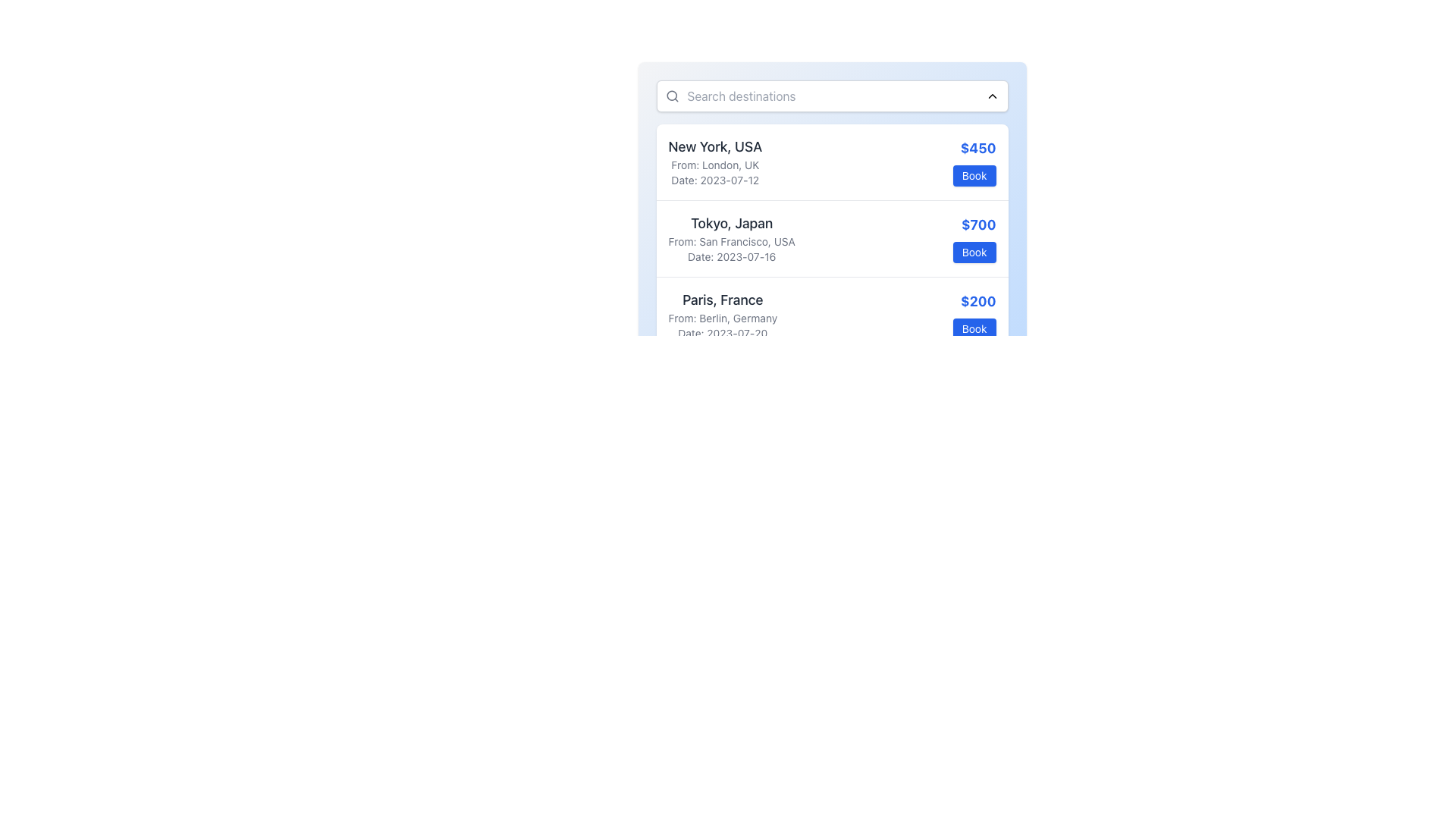 Image resolution: width=1456 pixels, height=819 pixels. I want to click on price information displayed as '$700' in bold blue font, located at the right end of the card-like section for the trip to Tokyo, Japan, so click(974, 239).